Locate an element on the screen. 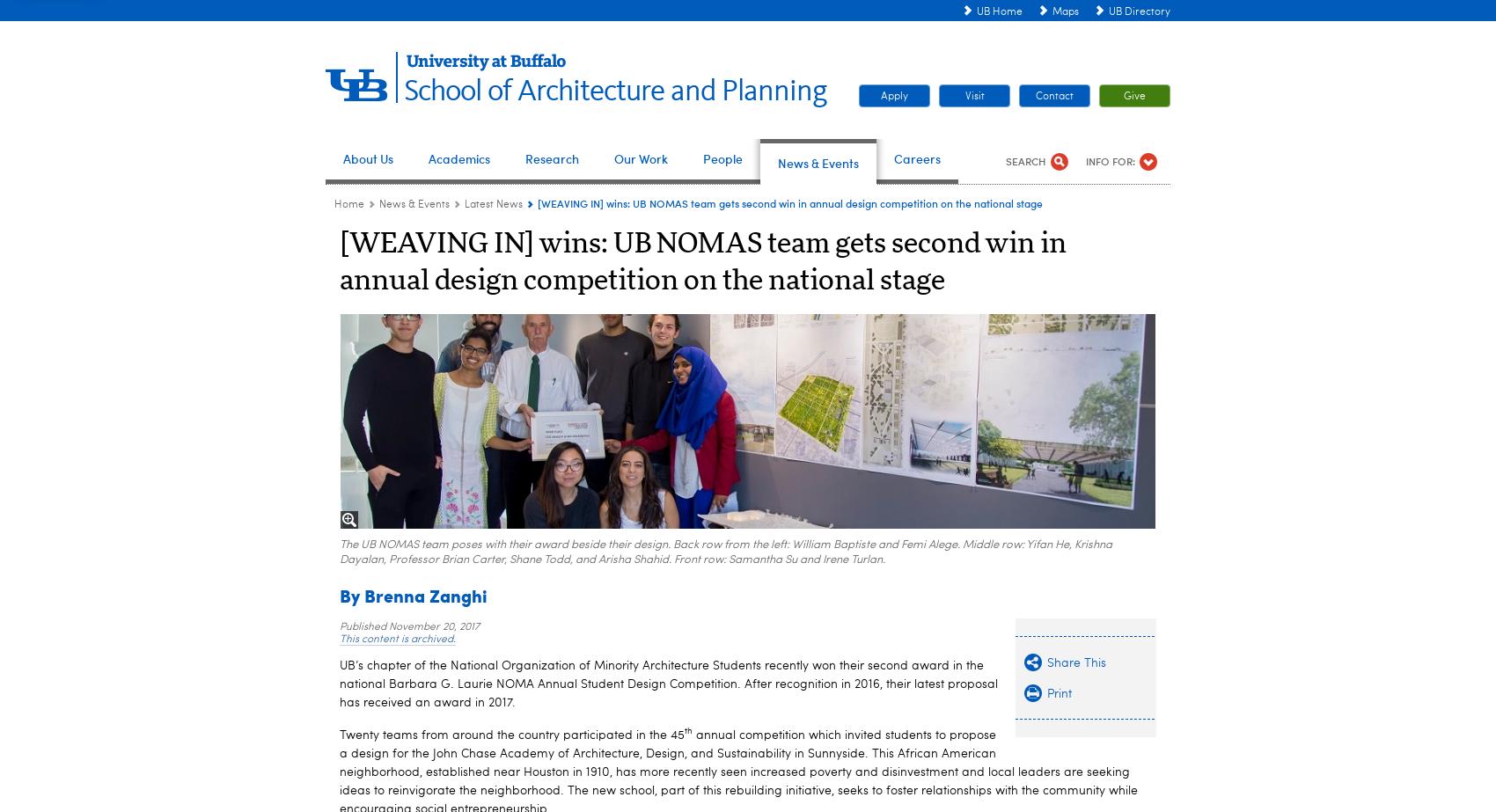 The width and height of the screenshot is (1496, 812). 'Published' is located at coordinates (363, 625).